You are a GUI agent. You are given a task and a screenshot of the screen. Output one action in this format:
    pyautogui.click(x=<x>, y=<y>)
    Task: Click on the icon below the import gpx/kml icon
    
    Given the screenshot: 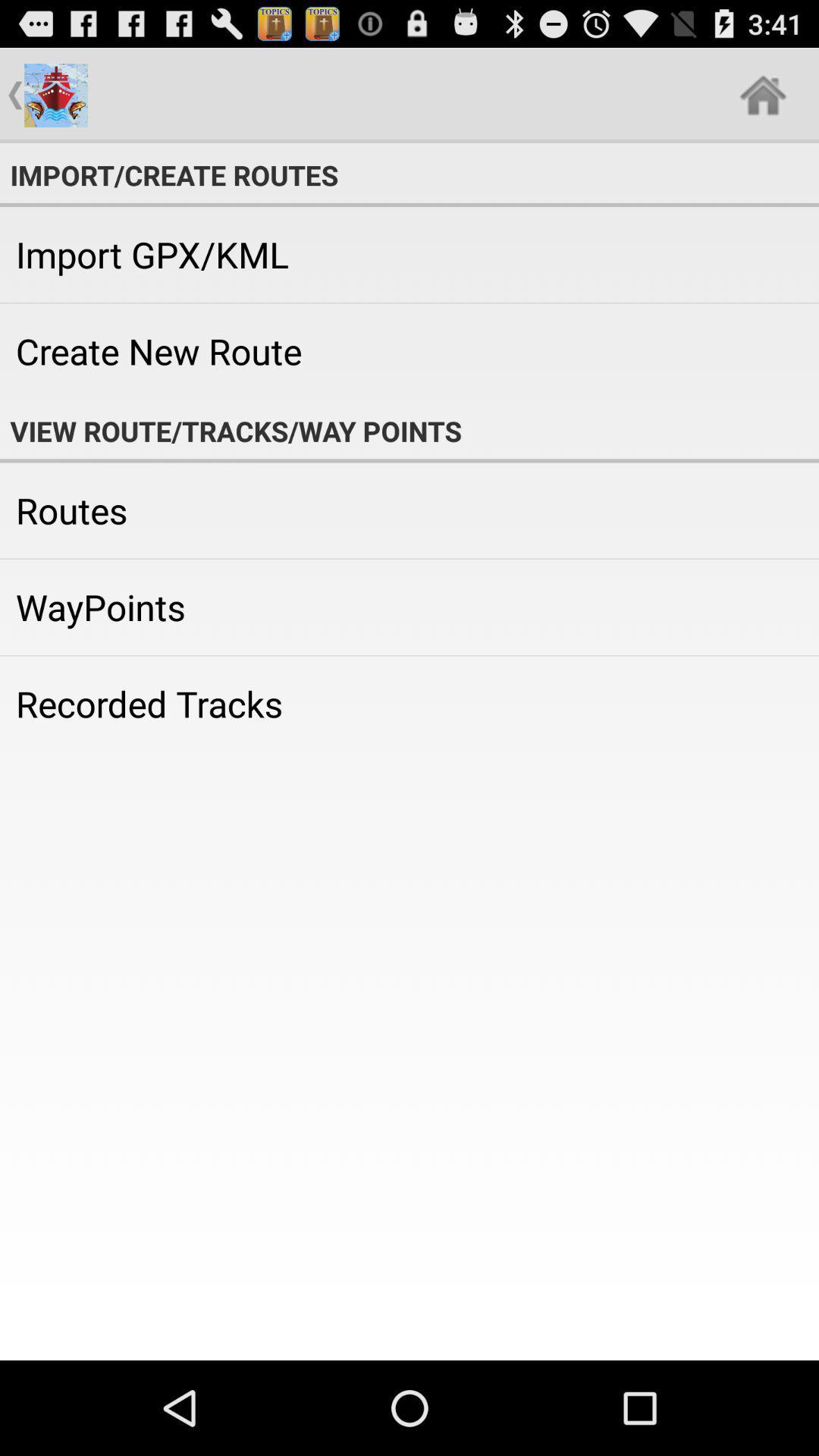 What is the action you would take?
    pyautogui.click(x=409, y=350)
    